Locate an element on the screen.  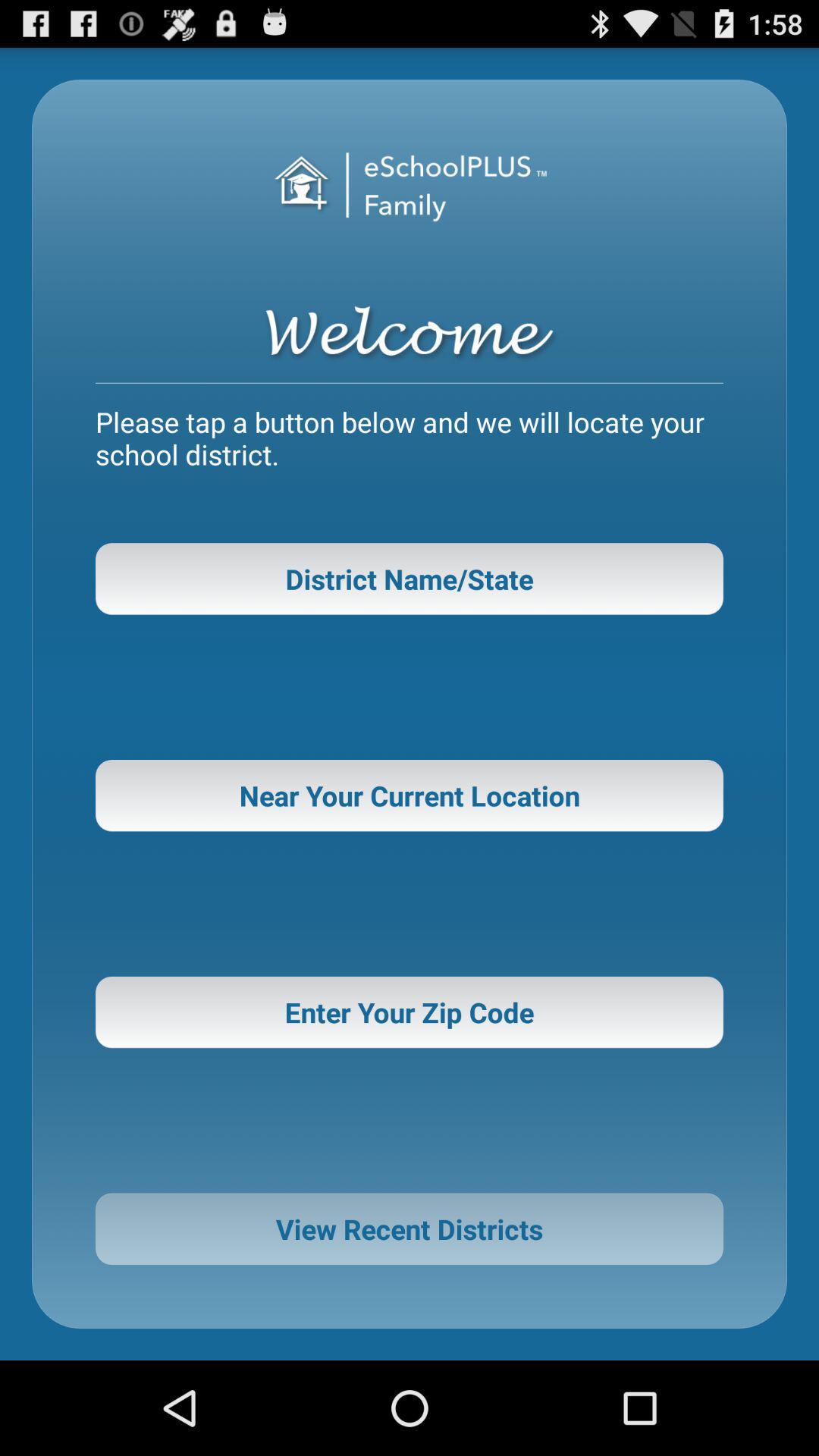
enter your zip is located at coordinates (409, 1012).